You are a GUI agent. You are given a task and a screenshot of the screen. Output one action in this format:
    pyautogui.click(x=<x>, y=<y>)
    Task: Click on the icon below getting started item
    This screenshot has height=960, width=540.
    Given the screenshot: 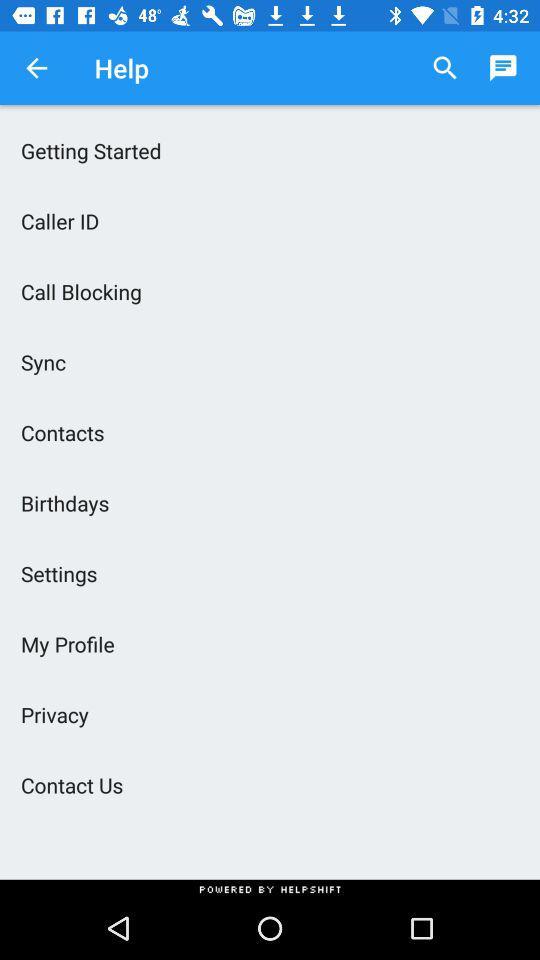 What is the action you would take?
    pyautogui.click(x=270, y=221)
    